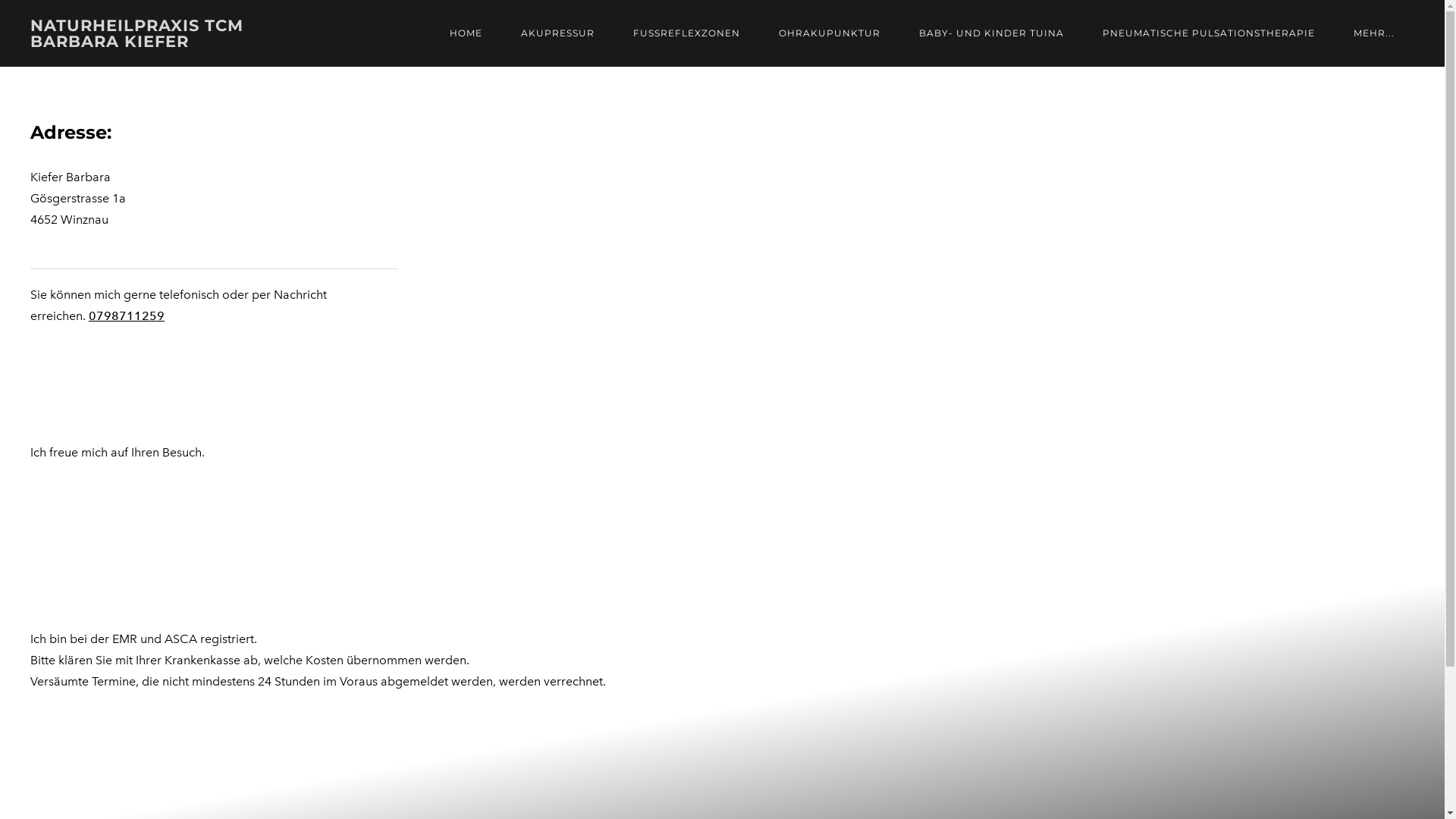  What do you see at coordinates (1207, 33) in the screenshot?
I see `'PNEUMATISCHE PULSATIONSTHERAPIE'` at bounding box center [1207, 33].